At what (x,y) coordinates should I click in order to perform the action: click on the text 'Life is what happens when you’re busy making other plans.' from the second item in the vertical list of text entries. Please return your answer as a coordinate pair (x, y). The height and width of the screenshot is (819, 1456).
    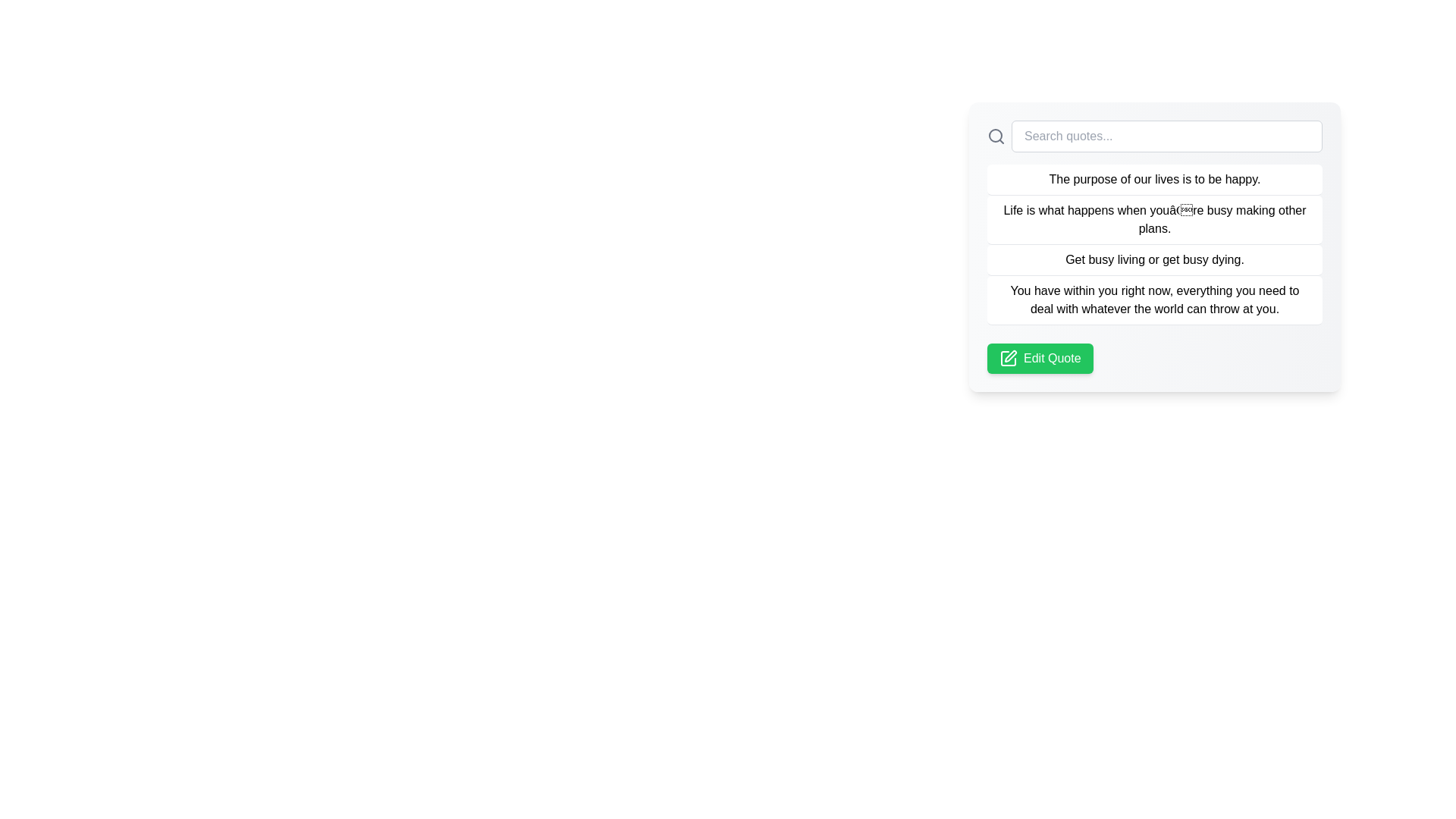
    Looking at the image, I should click on (1153, 244).